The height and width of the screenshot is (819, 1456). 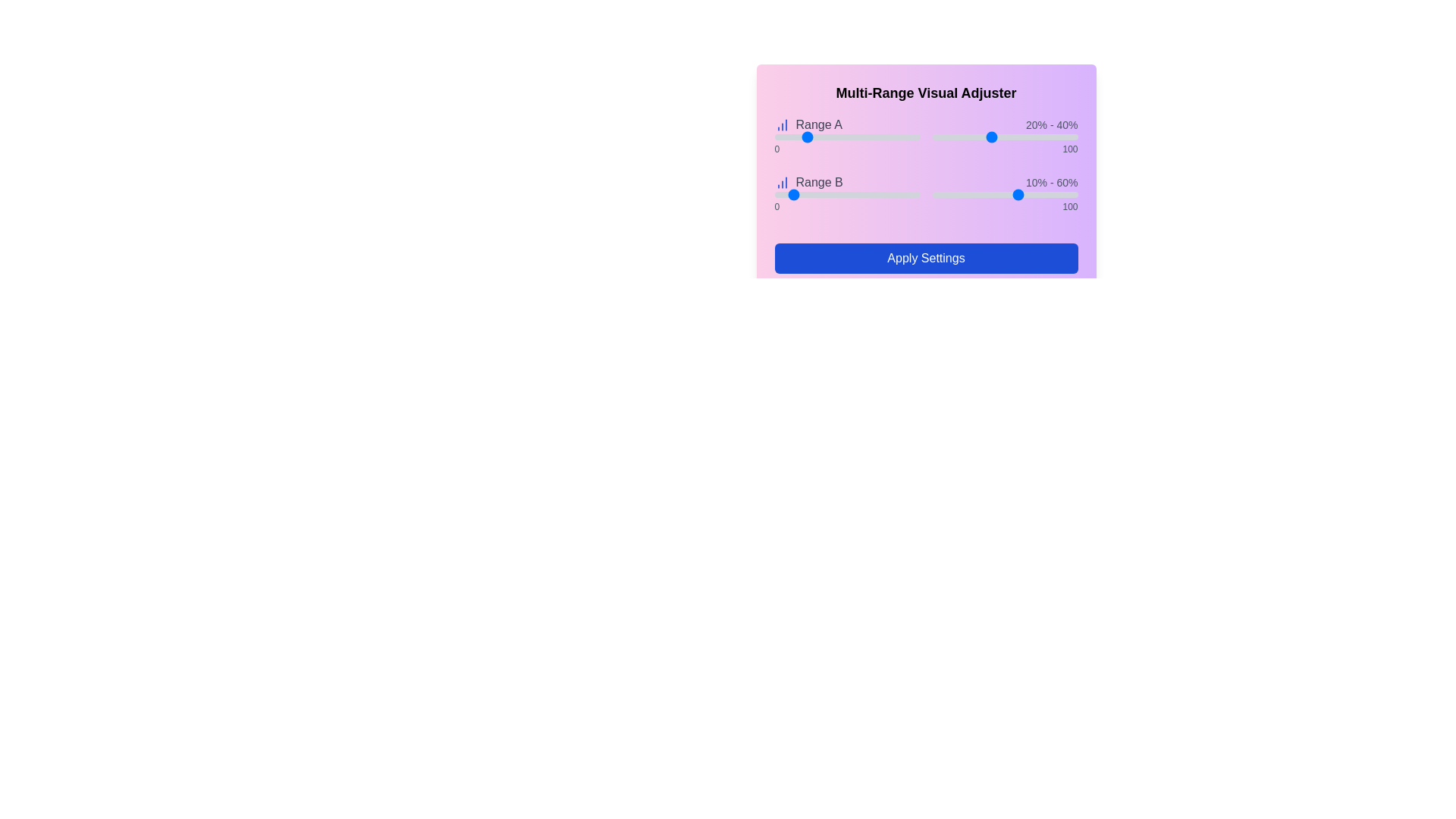 What do you see at coordinates (925, 149) in the screenshot?
I see `the values visually of the Text Label that marks the minimum ('0')` at bounding box center [925, 149].